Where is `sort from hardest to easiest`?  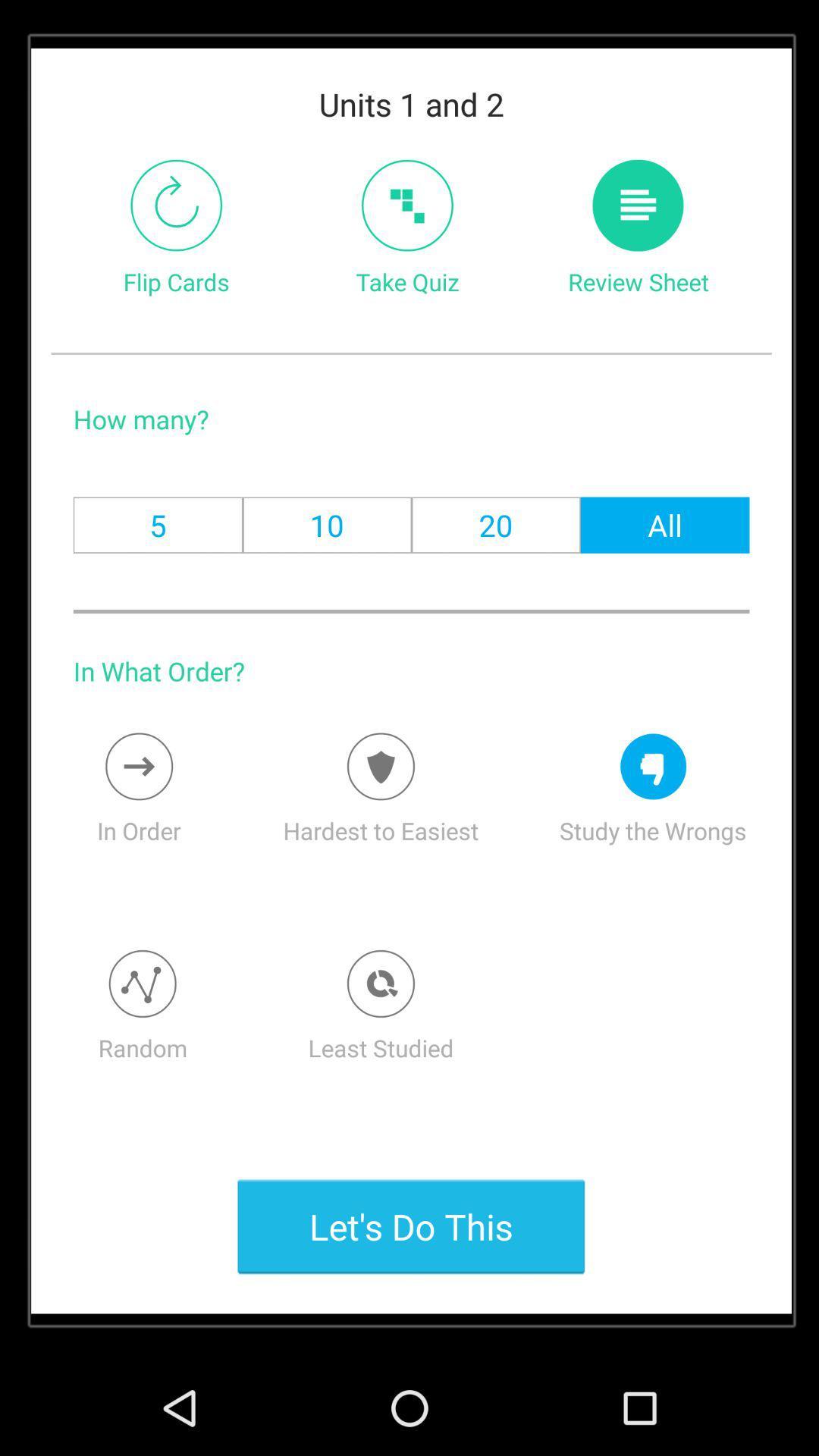 sort from hardest to easiest is located at coordinates (380, 767).